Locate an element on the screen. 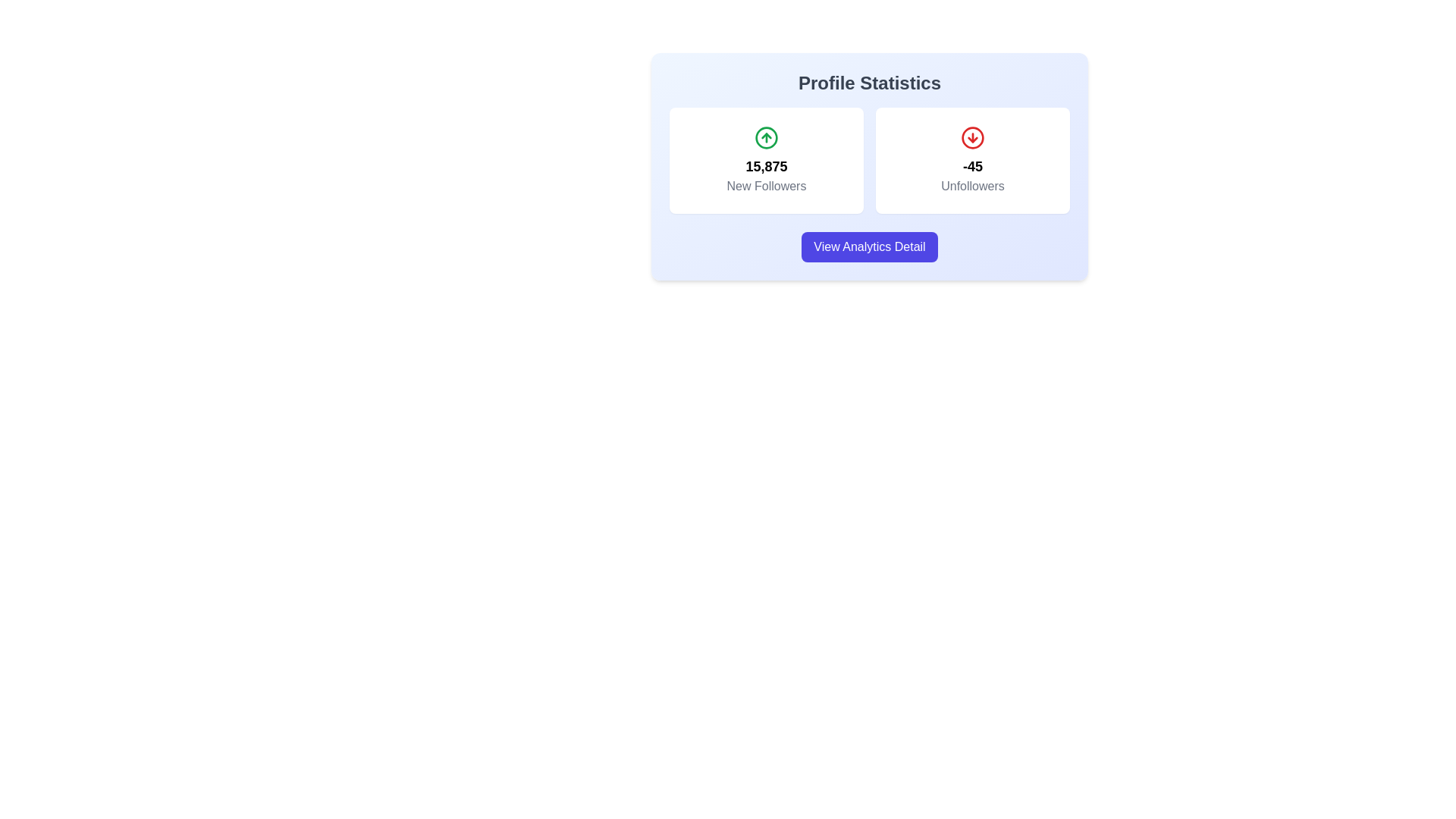 Image resolution: width=1456 pixels, height=819 pixels. the static text label 'New Followers' located below the numeric text '15,875' in the Profile Statistics card on the left side of the layout is located at coordinates (767, 186).